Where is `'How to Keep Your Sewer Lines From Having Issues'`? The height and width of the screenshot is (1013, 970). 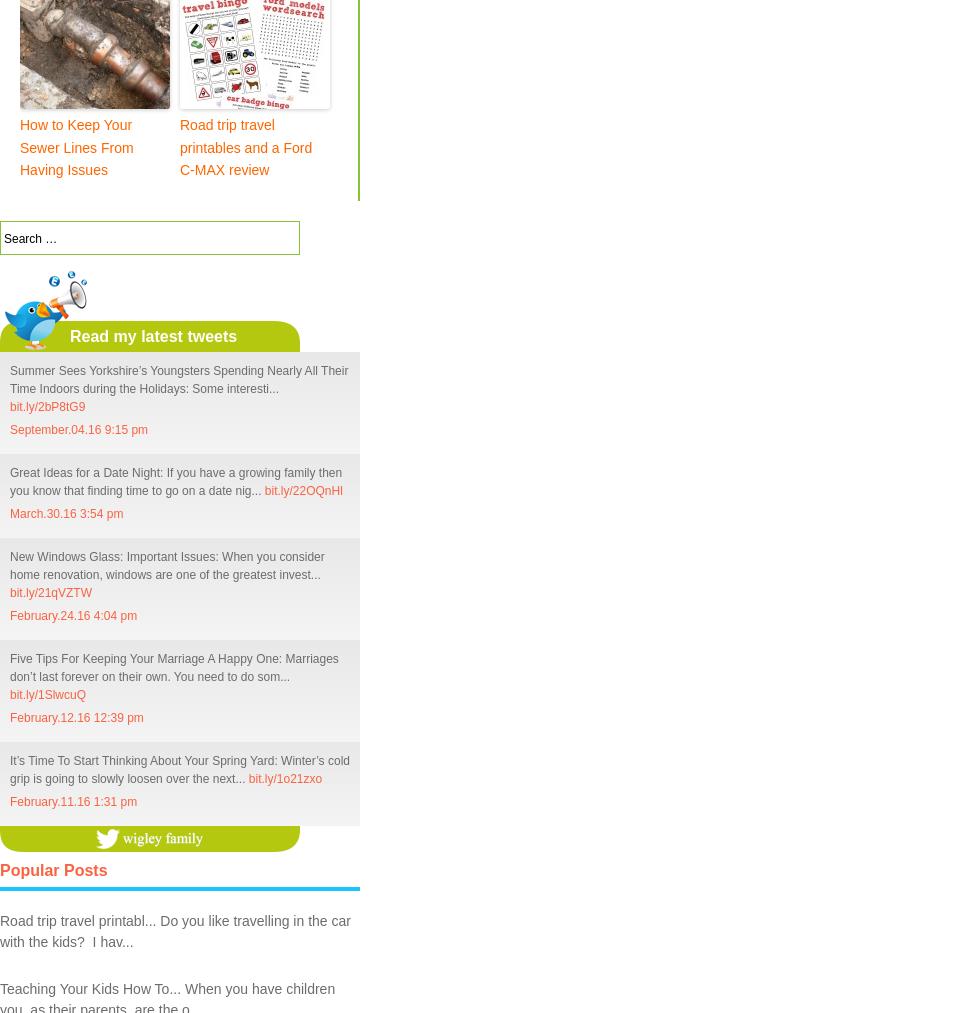 'How to Keep Your Sewer Lines From Having Issues' is located at coordinates (75, 146).